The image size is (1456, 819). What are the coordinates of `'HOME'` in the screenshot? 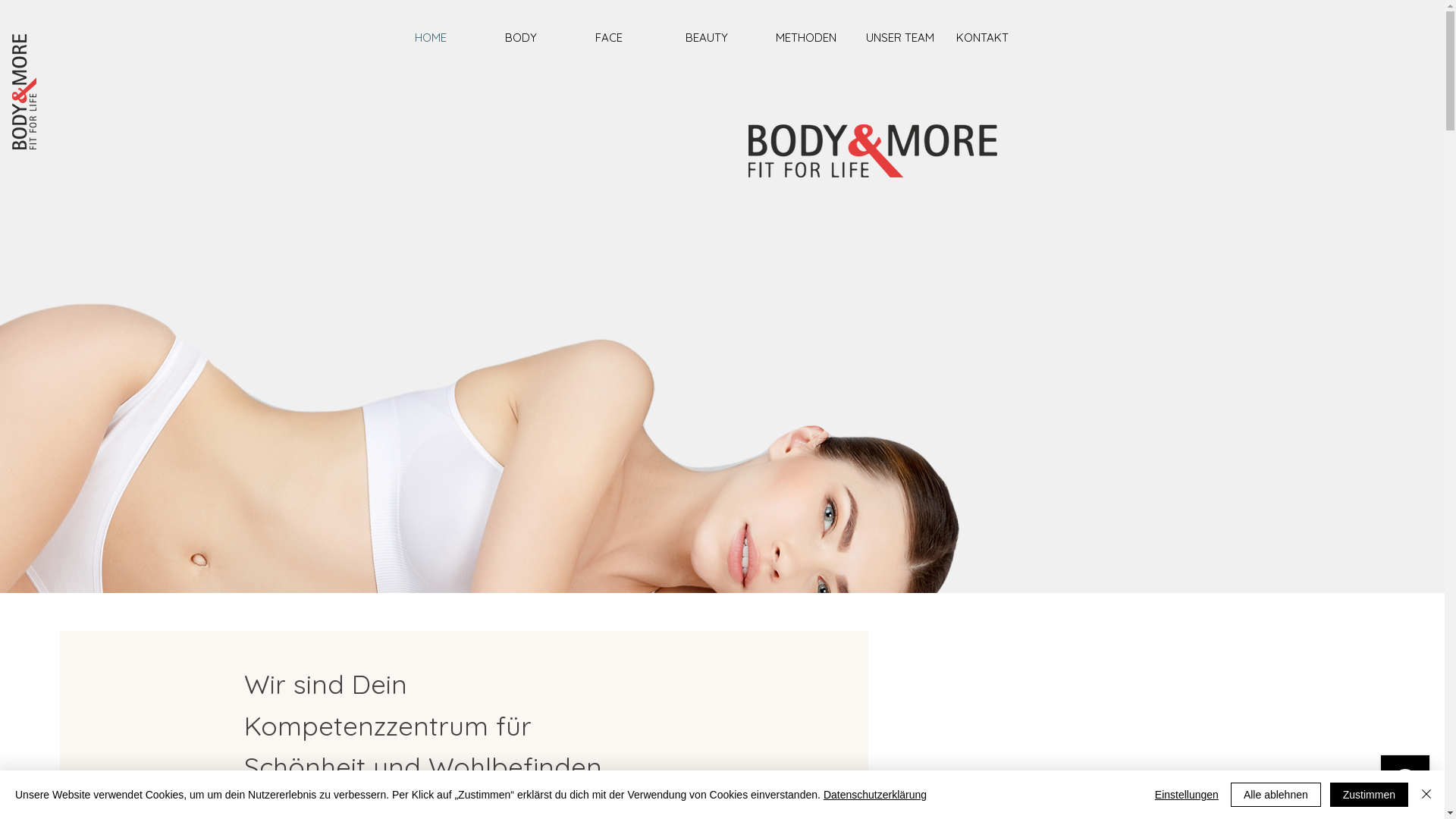 It's located at (450, 37).